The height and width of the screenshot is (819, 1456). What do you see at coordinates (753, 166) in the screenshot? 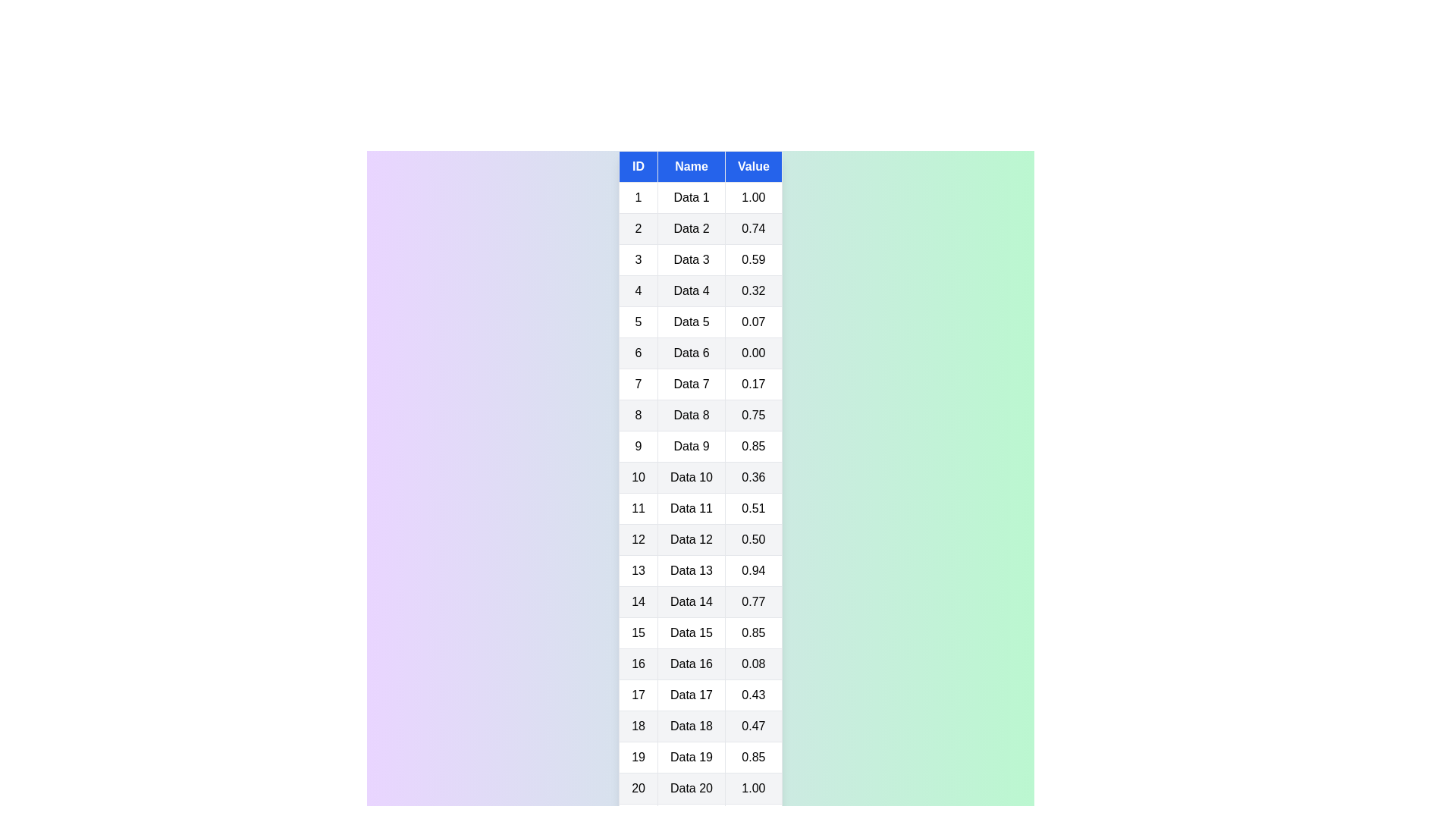
I see `the table header Value to sort the table` at bounding box center [753, 166].